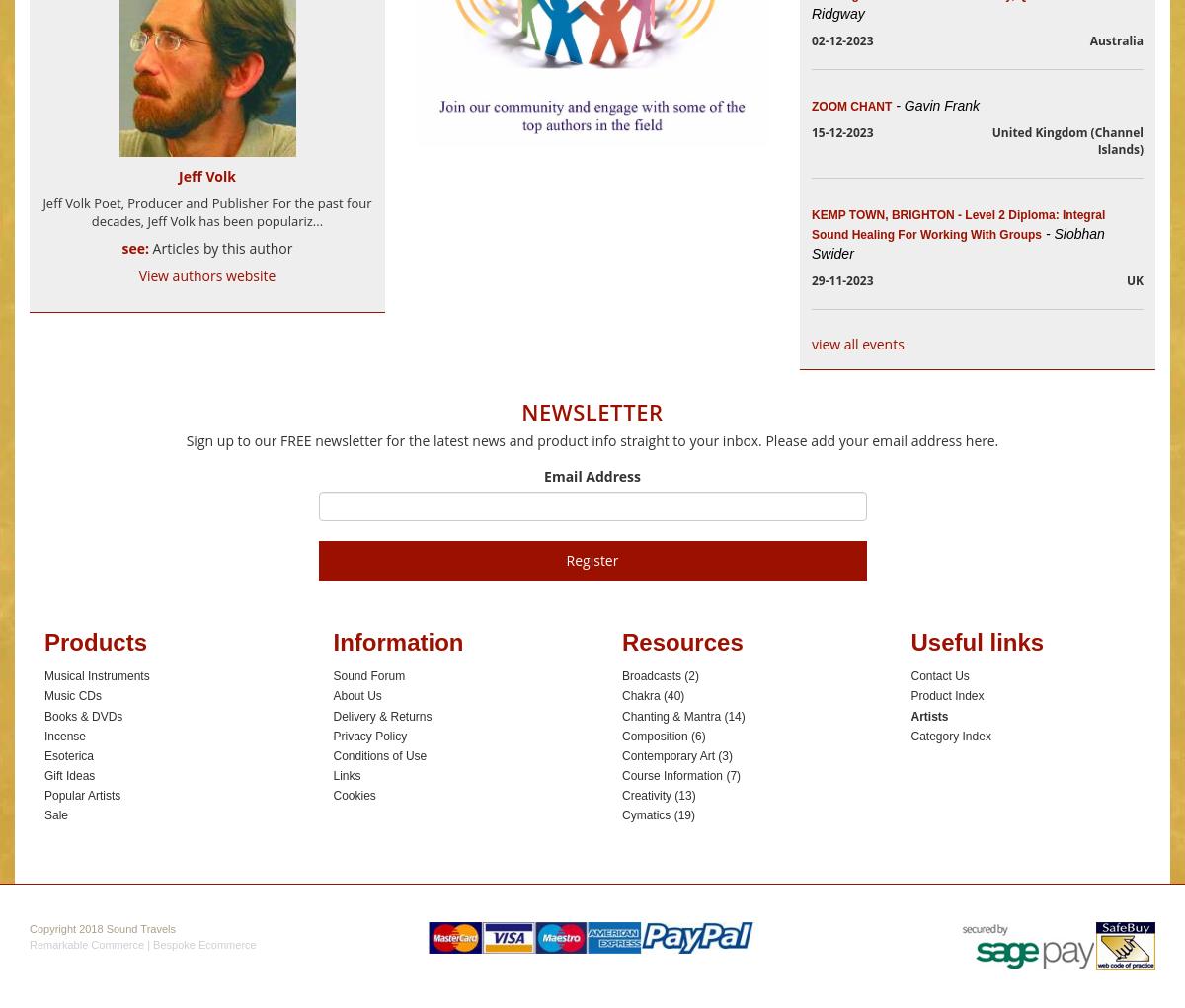 The width and height of the screenshot is (1185, 1008). I want to click on 'Newsletter', so click(591, 409).